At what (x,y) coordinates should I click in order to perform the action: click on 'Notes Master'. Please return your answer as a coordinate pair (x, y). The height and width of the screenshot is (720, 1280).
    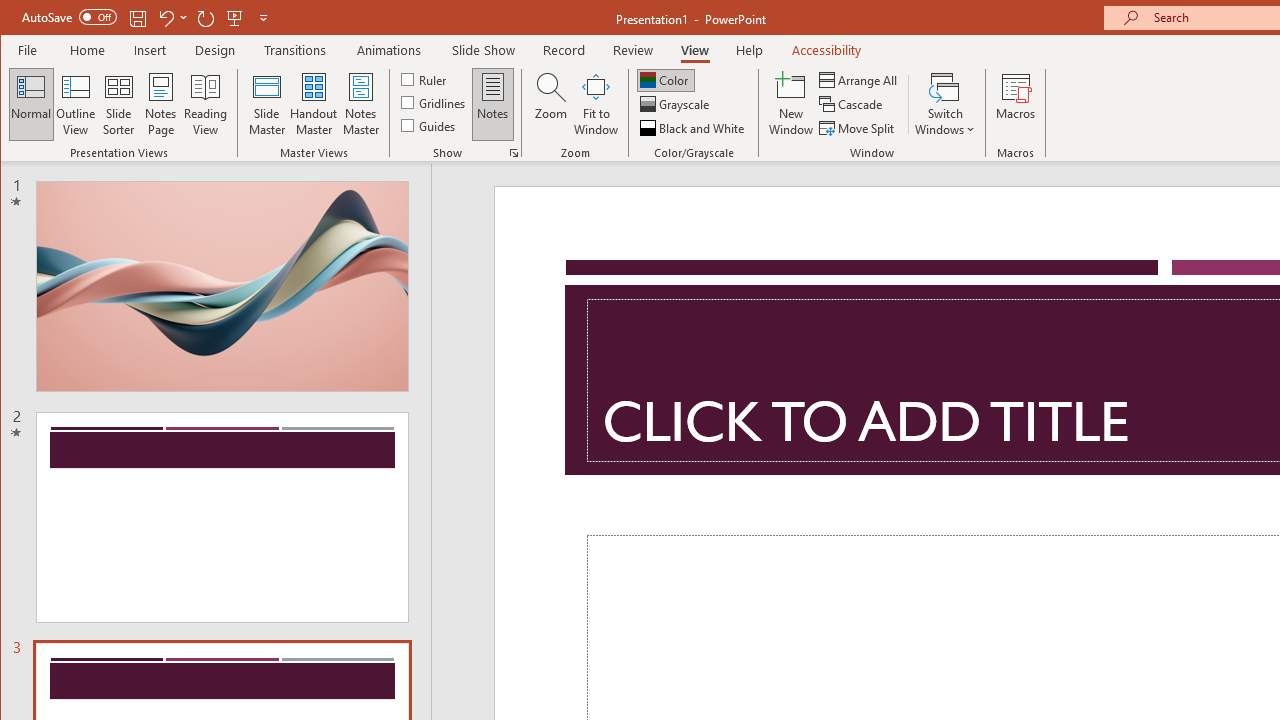
    Looking at the image, I should click on (360, 104).